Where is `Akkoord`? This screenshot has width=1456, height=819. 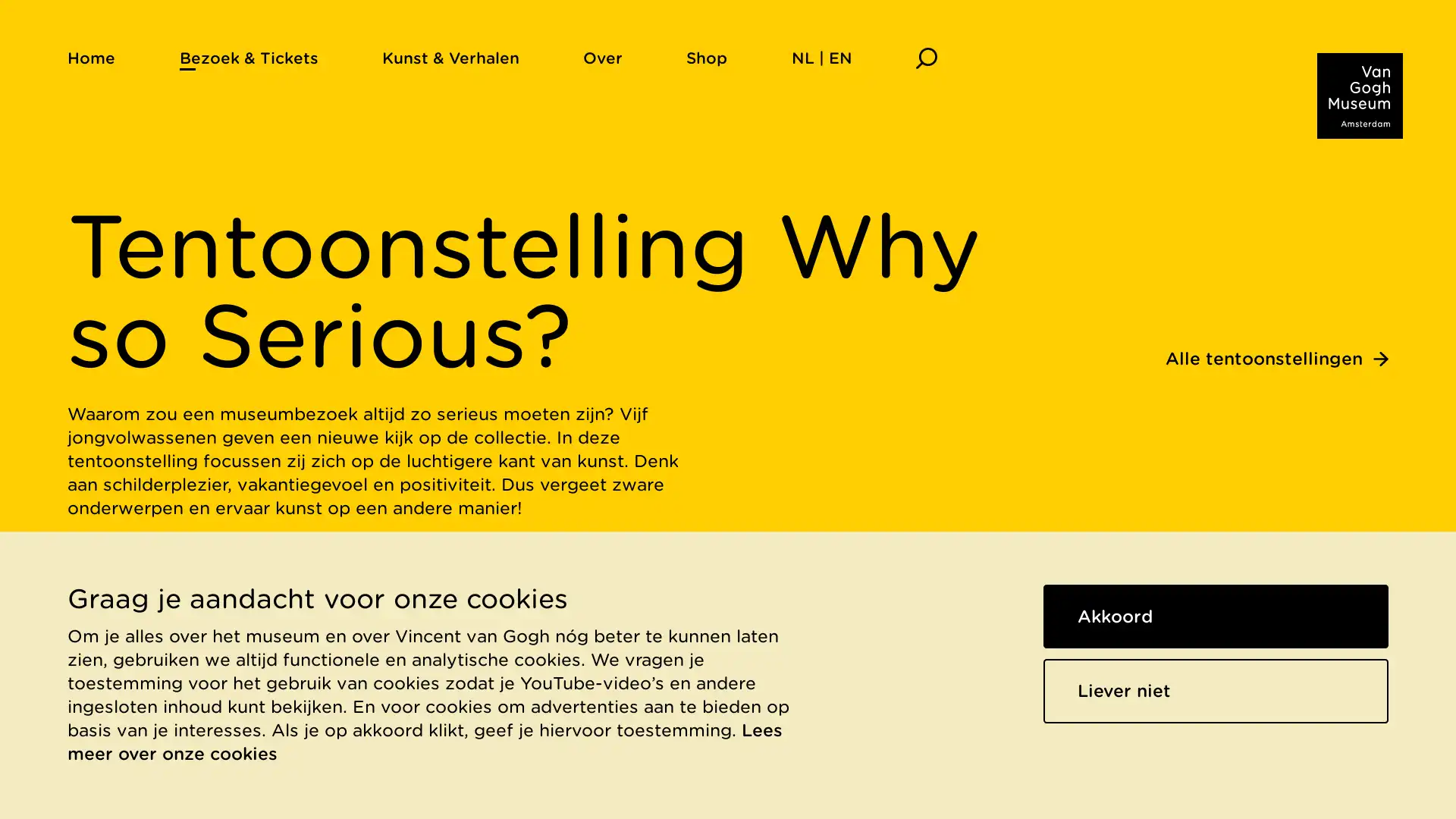 Akkoord is located at coordinates (1216, 616).